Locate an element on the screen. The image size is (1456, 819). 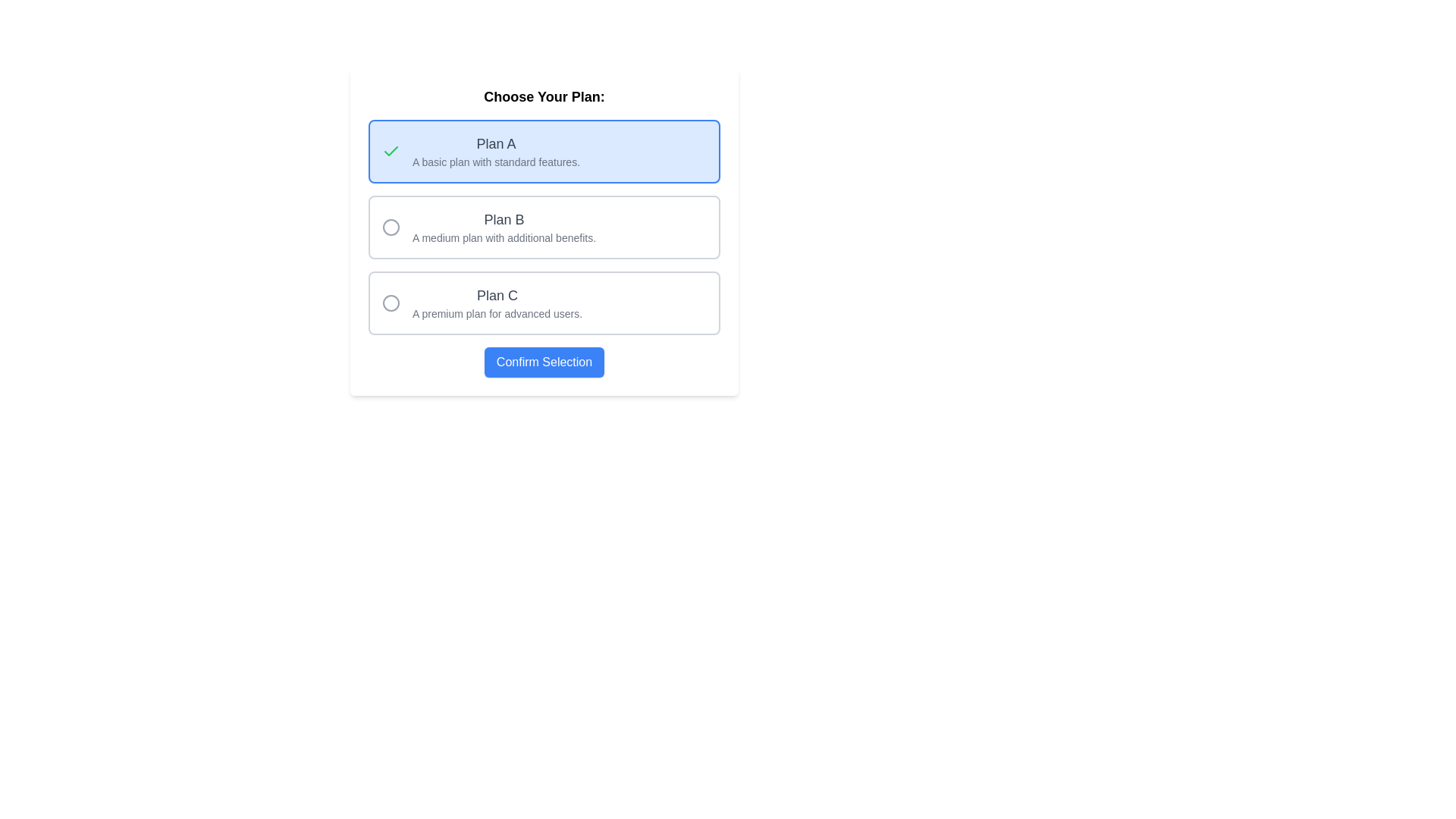
the central SVG circle element located within the 'Choose Your Plan' UI, positioned to the left of the 'Plan B' text option is located at coordinates (391, 227).